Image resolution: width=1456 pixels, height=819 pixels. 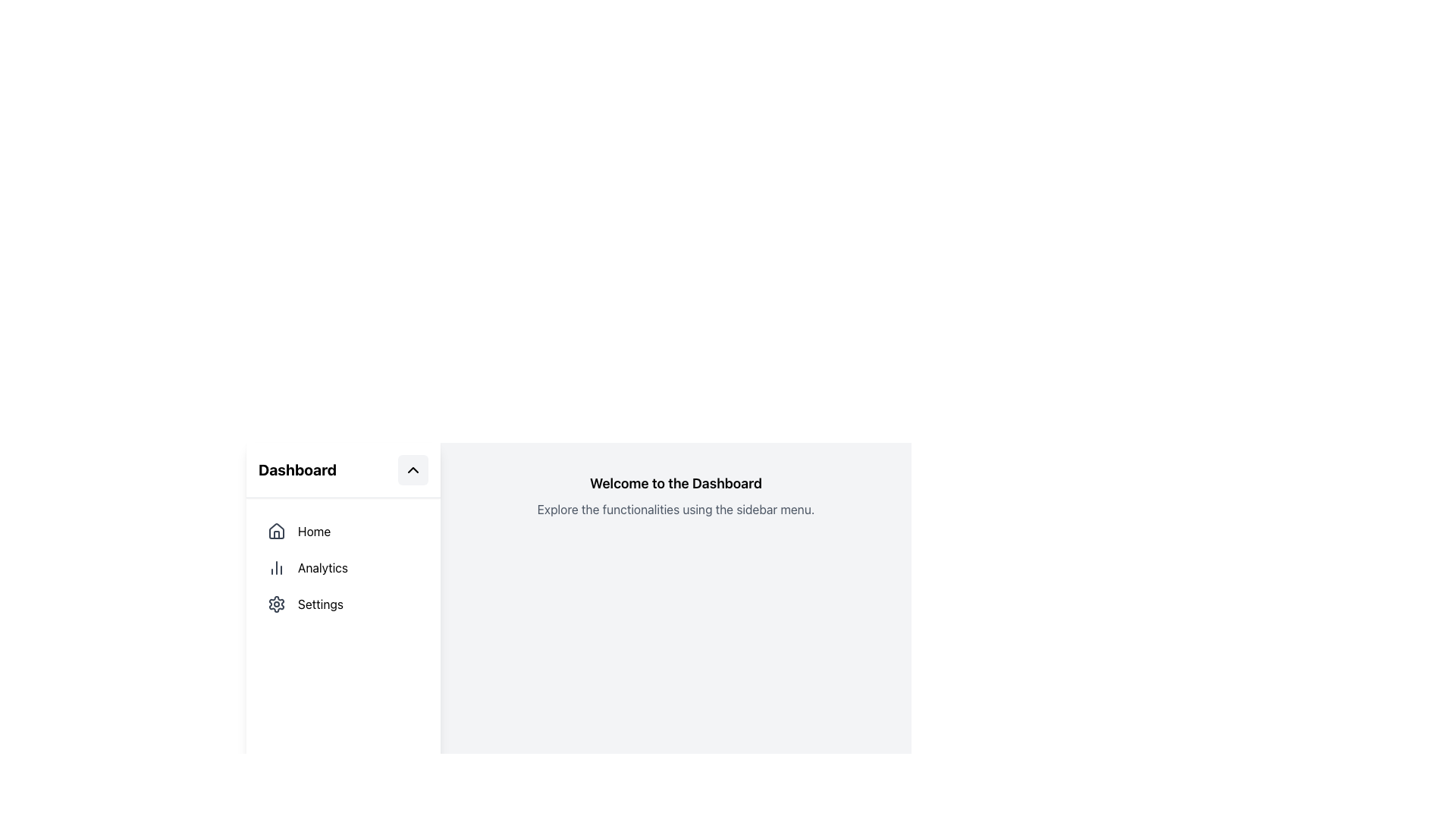 What do you see at coordinates (322, 567) in the screenshot?
I see `the 'Analytics' text label located in the vertical menu` at bounding box center [322, 567].